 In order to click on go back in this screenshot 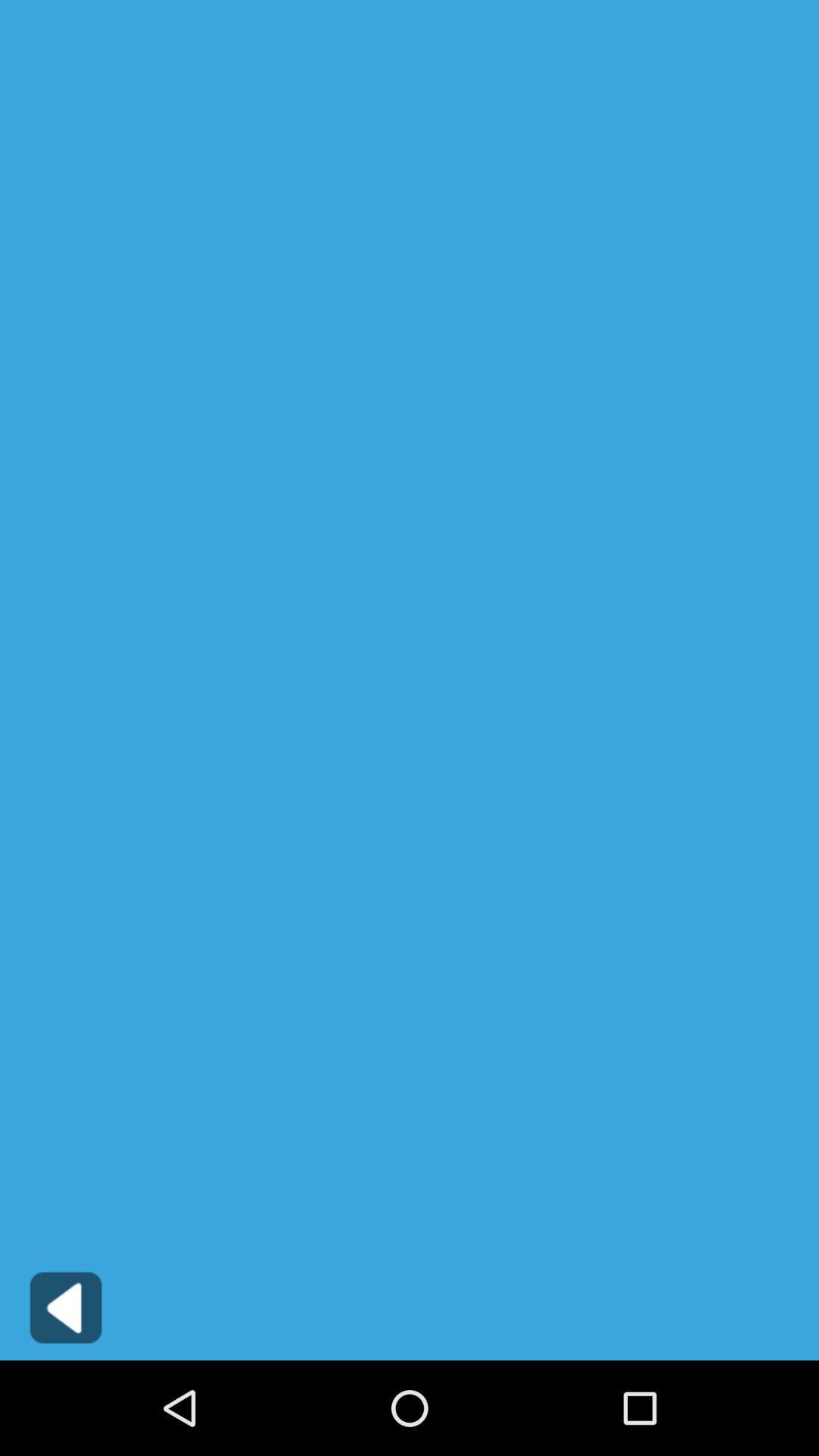, I will do `click(65, 1307)`.